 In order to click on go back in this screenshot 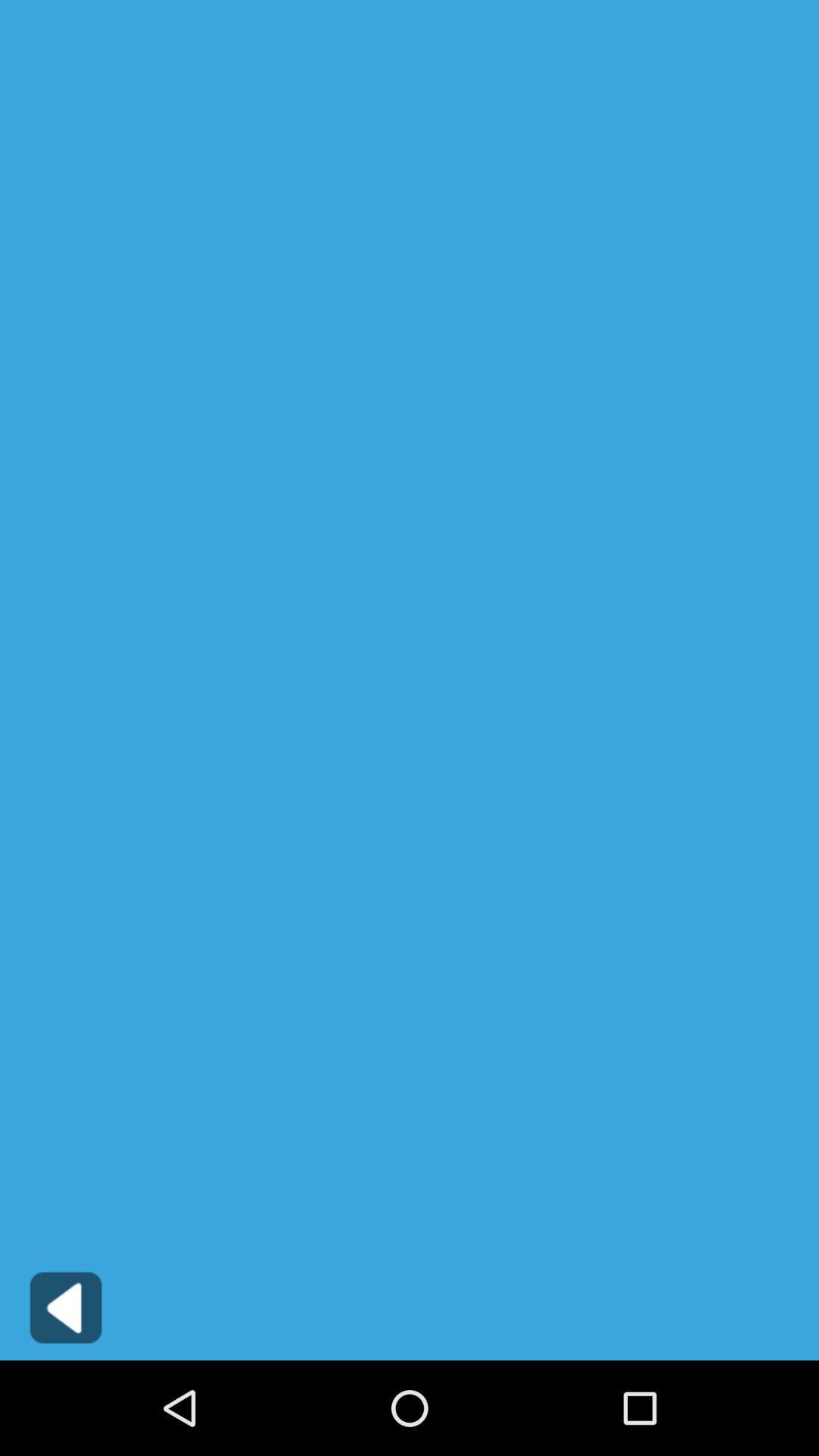, I will do `click(65, 1307)`.